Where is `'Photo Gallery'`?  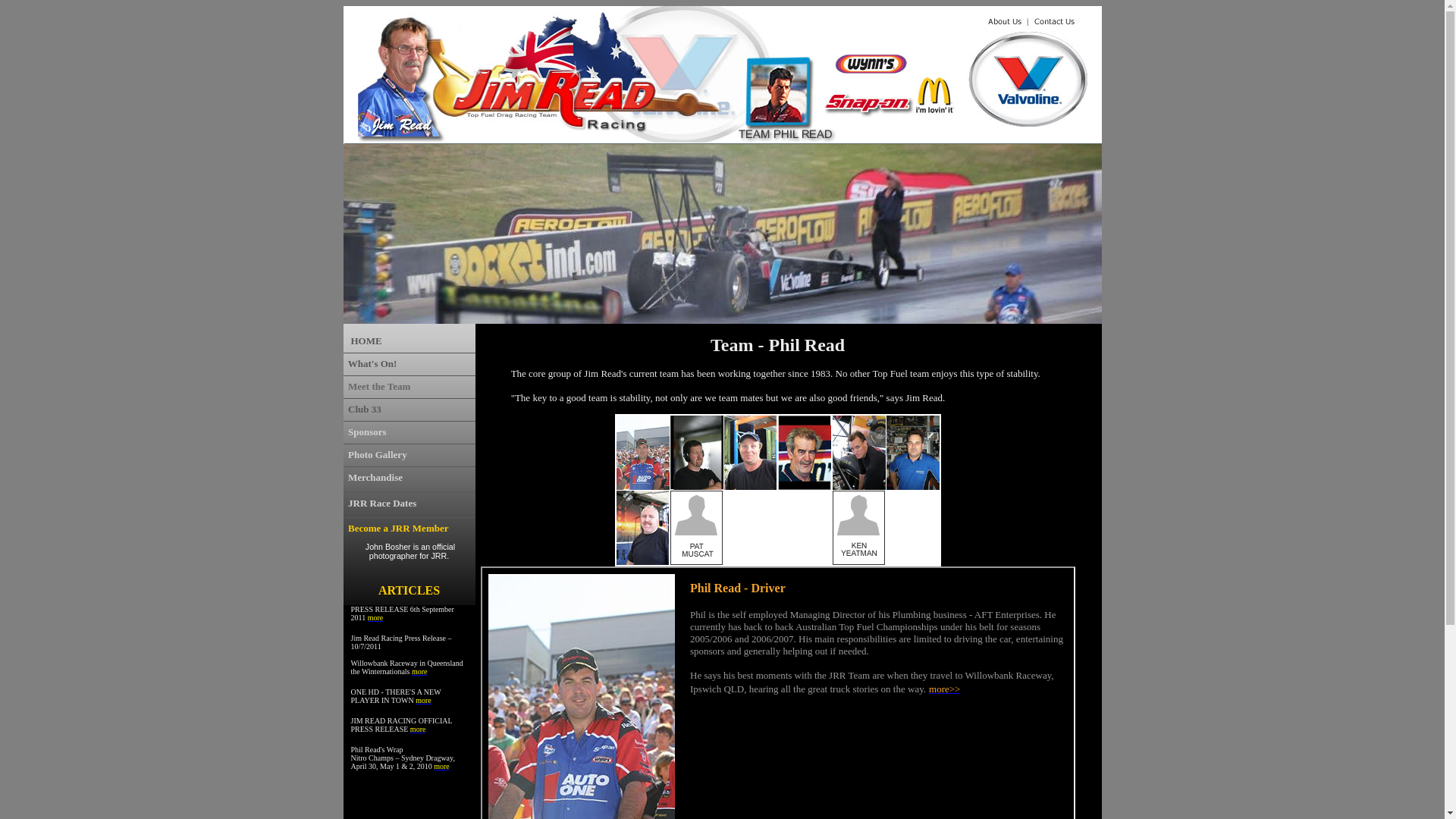
'Photo Gallery' is located at coordinates (378, 453).